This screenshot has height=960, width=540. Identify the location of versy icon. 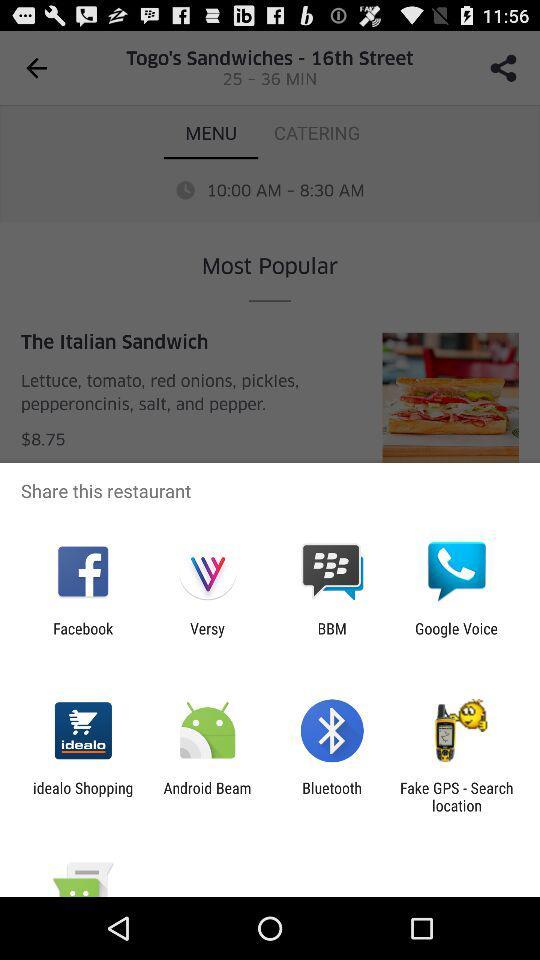
(206, 636).